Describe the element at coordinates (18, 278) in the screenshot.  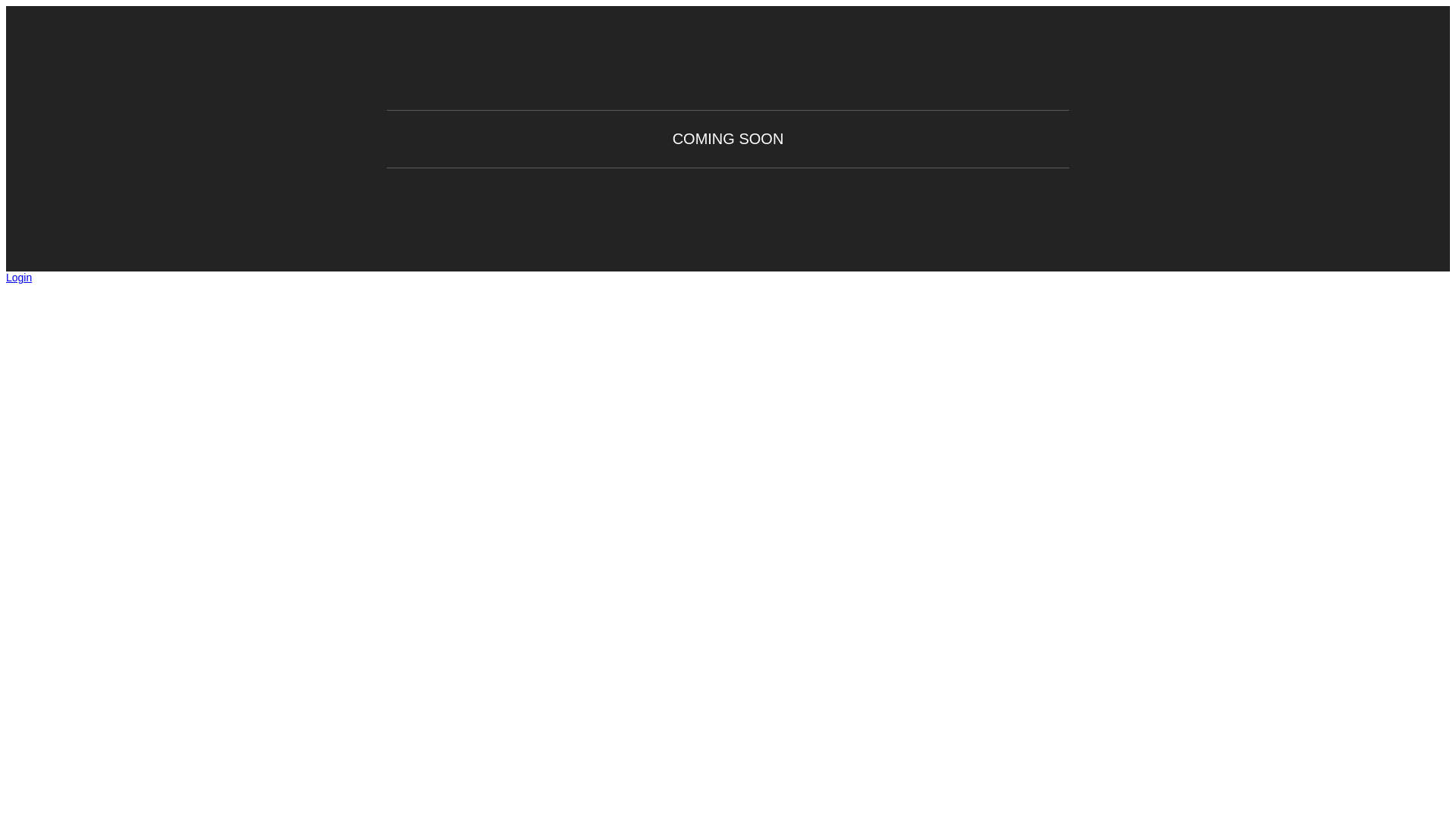
I see `'Login'` at that location.